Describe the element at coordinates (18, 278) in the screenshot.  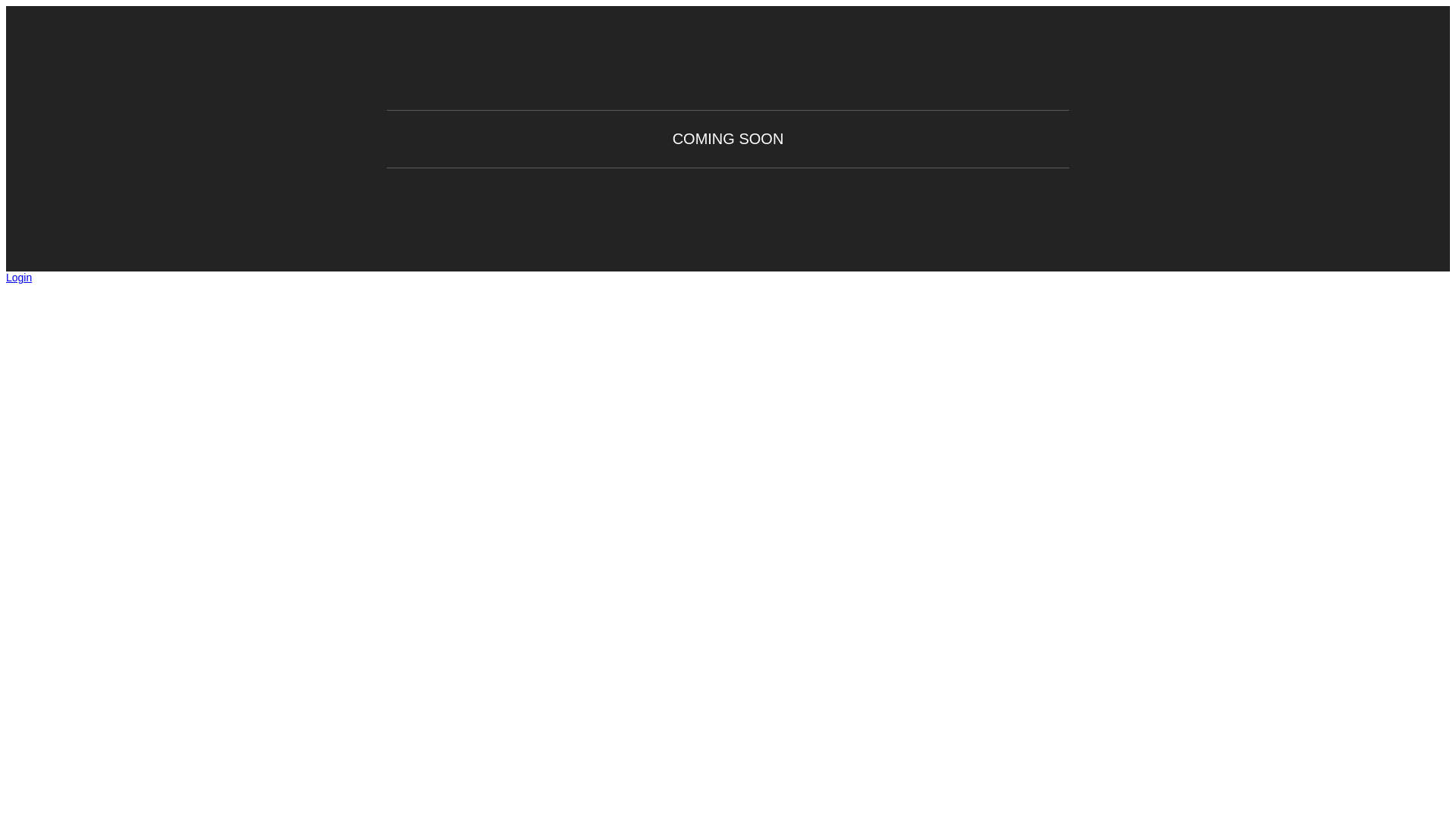
I see `'Login'` at that location.